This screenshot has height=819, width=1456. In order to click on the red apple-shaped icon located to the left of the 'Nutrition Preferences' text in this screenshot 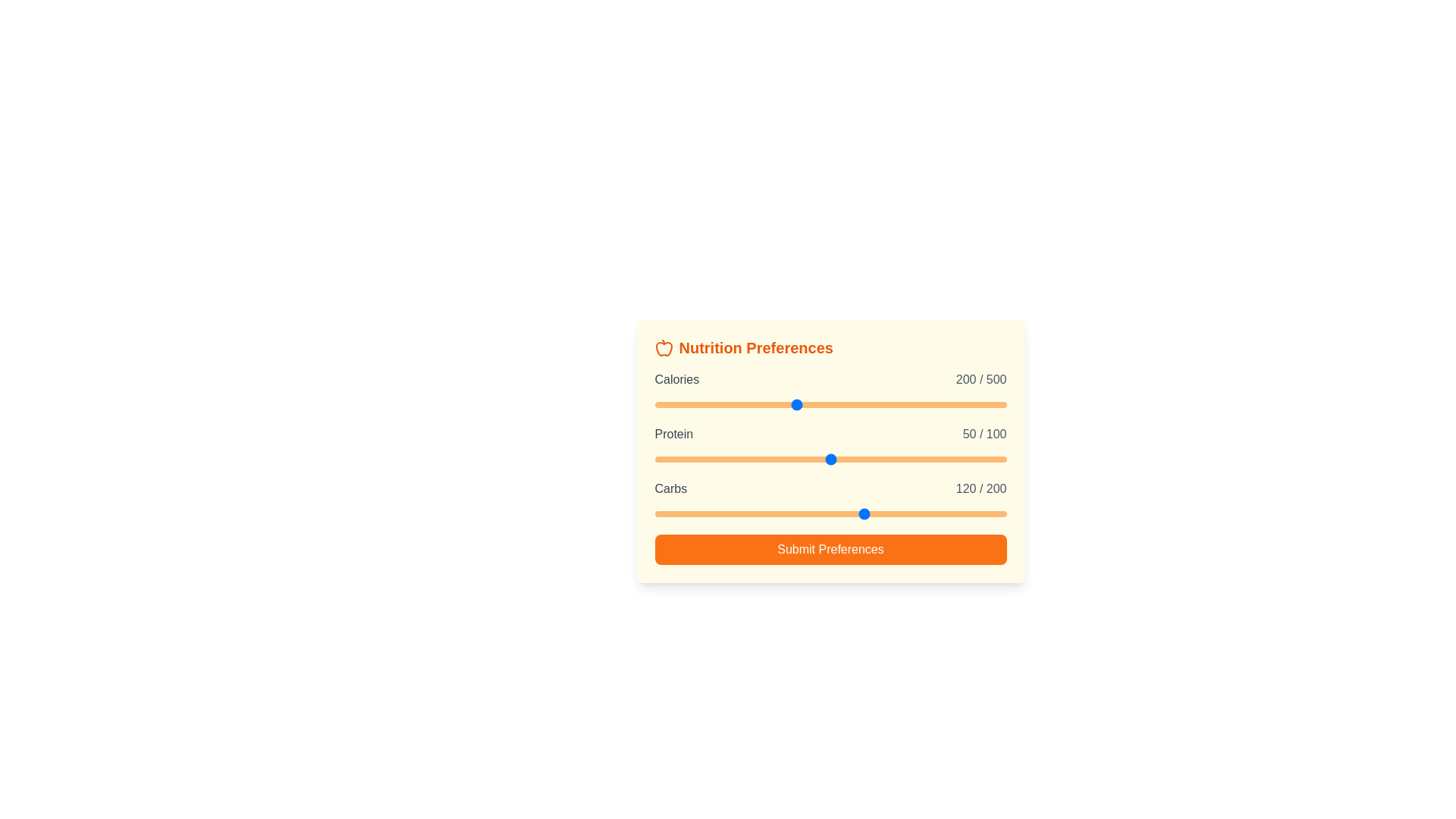, I will do `click(664, 348)`.